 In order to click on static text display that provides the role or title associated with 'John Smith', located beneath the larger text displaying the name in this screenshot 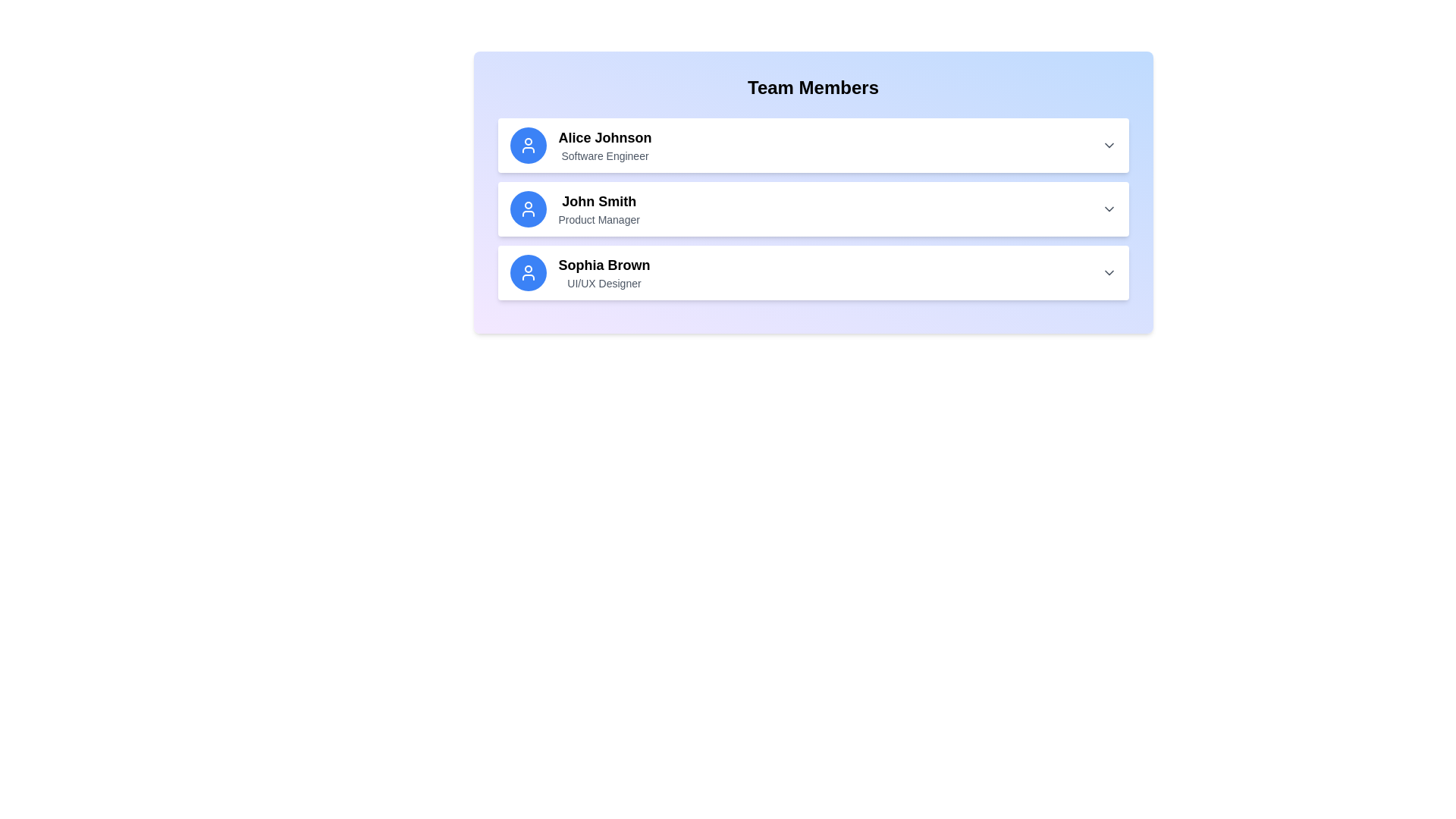, I will do `click(598, 219)`.